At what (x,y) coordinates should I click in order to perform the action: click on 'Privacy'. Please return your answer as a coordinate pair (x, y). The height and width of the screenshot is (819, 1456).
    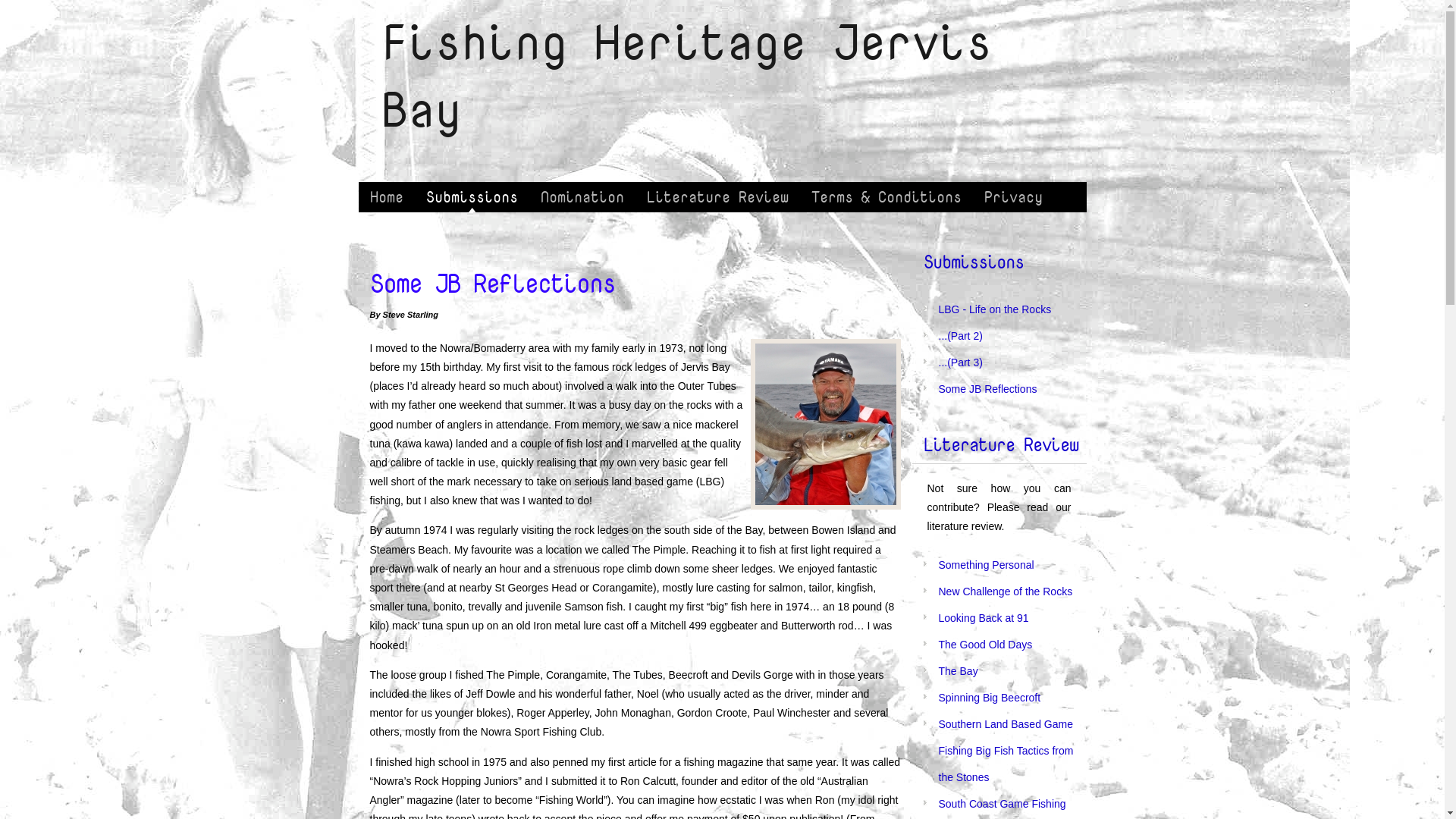
    Looking at the image, I should click on (1012, 196).